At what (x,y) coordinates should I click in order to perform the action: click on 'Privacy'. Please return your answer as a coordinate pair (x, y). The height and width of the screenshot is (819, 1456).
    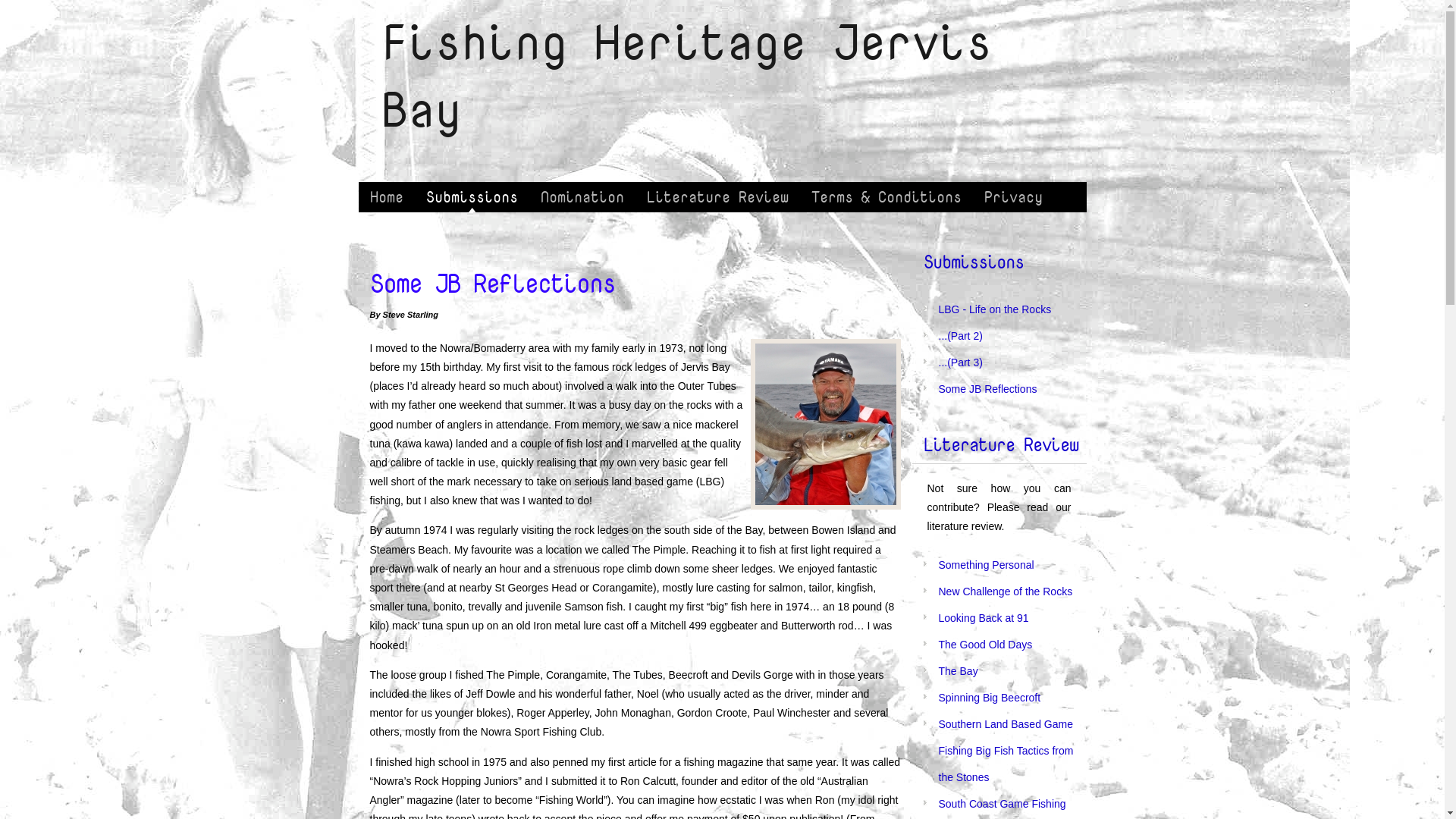
    Looking at the image, I should click on (1012, 196).